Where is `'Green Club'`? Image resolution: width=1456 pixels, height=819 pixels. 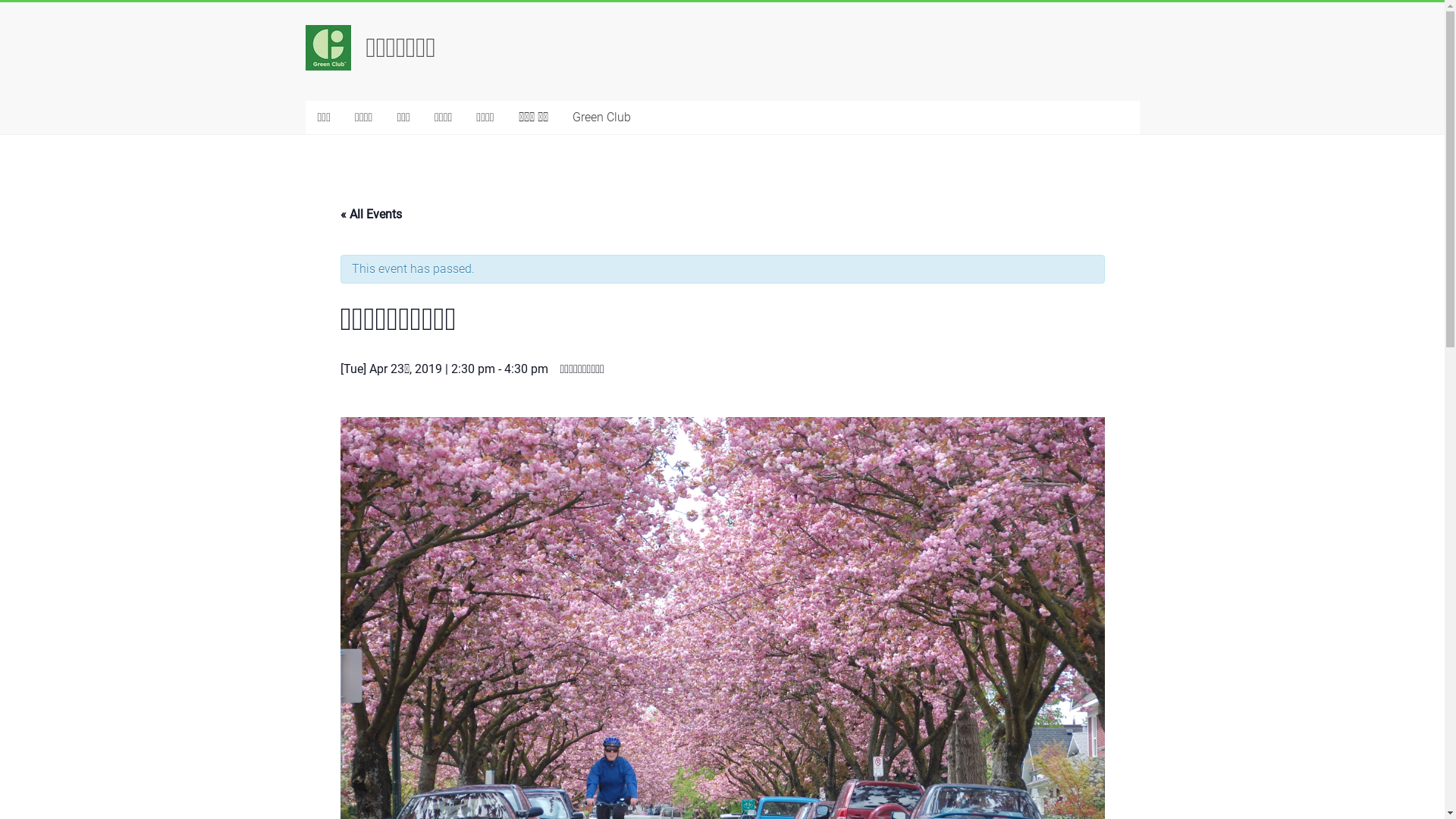
'Green Club' is located at coordinates (601, 116).